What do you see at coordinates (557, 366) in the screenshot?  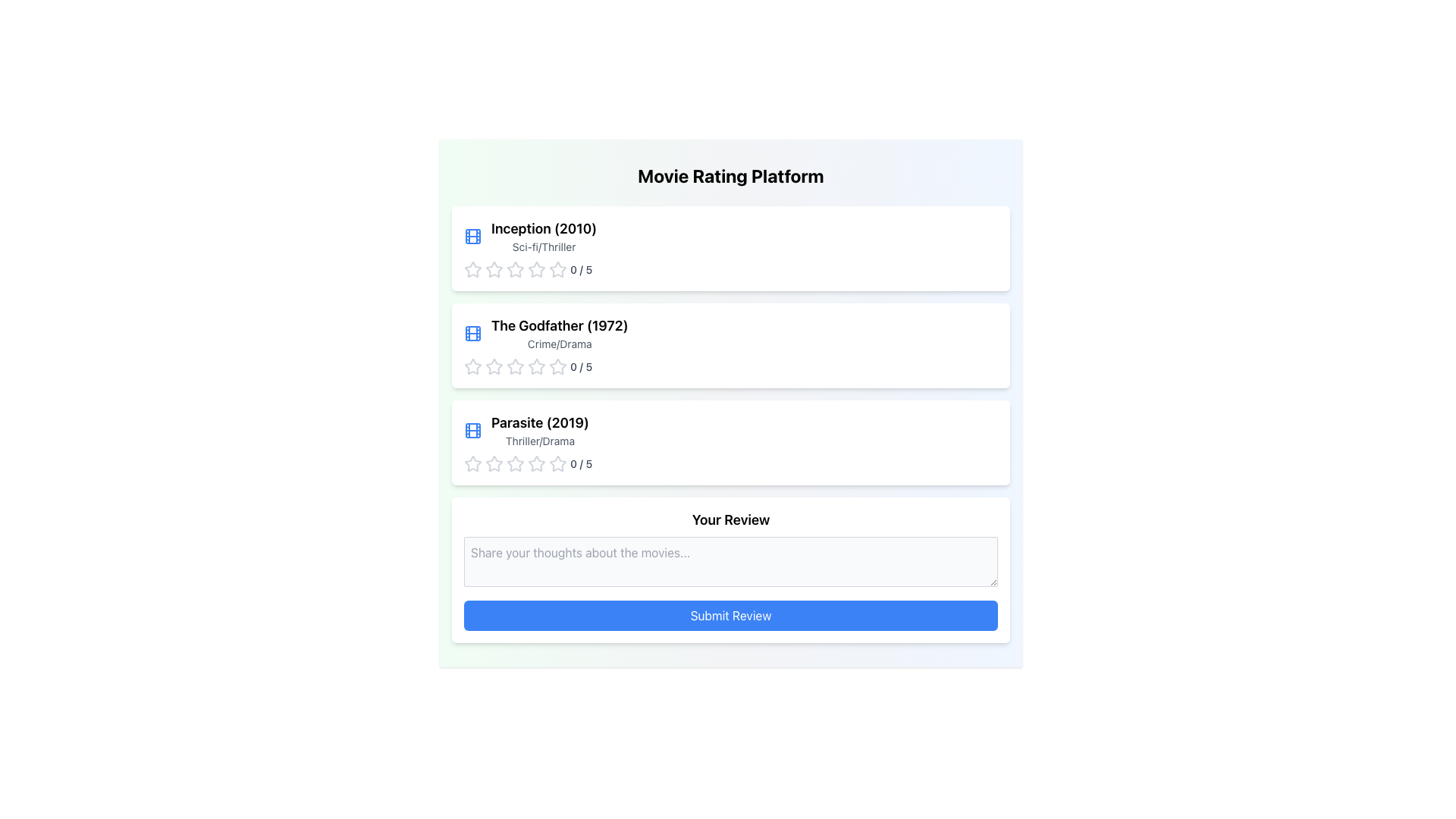 I see `the fifth star icon in the movie rating section for 'The Godfather (1972)'` at bounding box center [557, 366].